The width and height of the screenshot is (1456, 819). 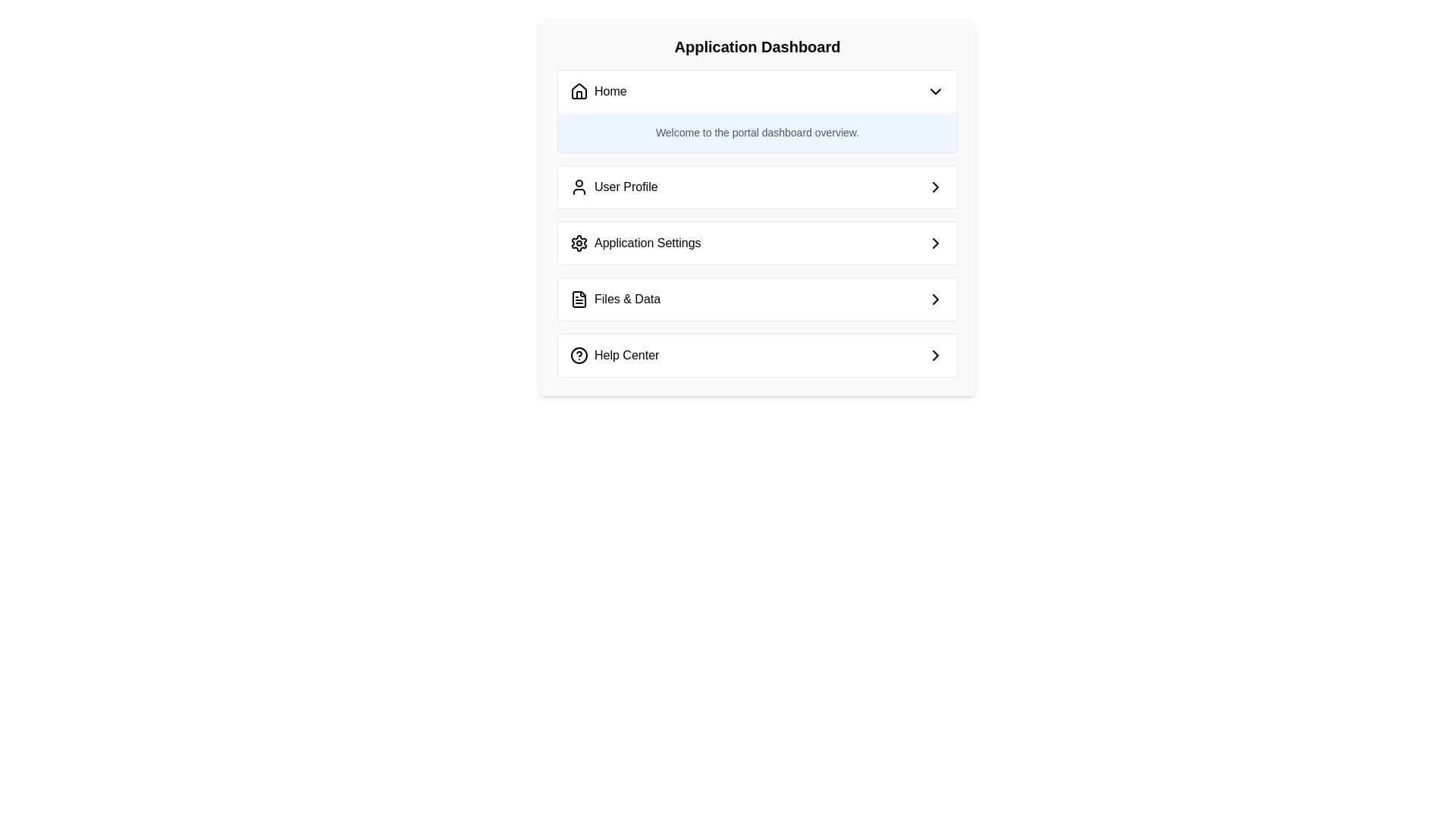 I want to click on the Chevron icon located in the 'Application Settings' section, which indicates navigable options related to 'Application Settings', so click(x=934, y=242).